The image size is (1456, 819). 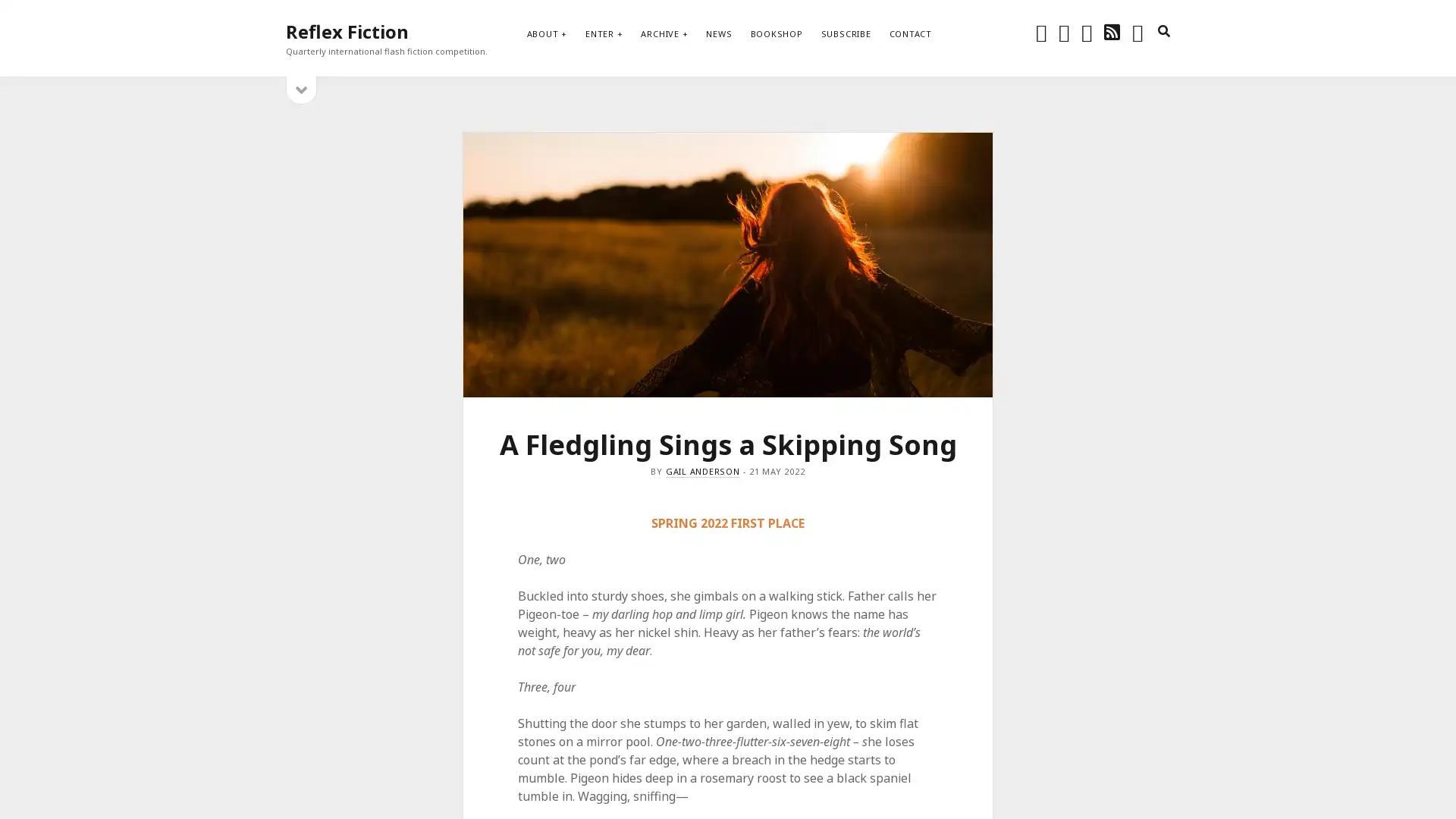 I want to click on Subscribe, so click(x=915, y=175).